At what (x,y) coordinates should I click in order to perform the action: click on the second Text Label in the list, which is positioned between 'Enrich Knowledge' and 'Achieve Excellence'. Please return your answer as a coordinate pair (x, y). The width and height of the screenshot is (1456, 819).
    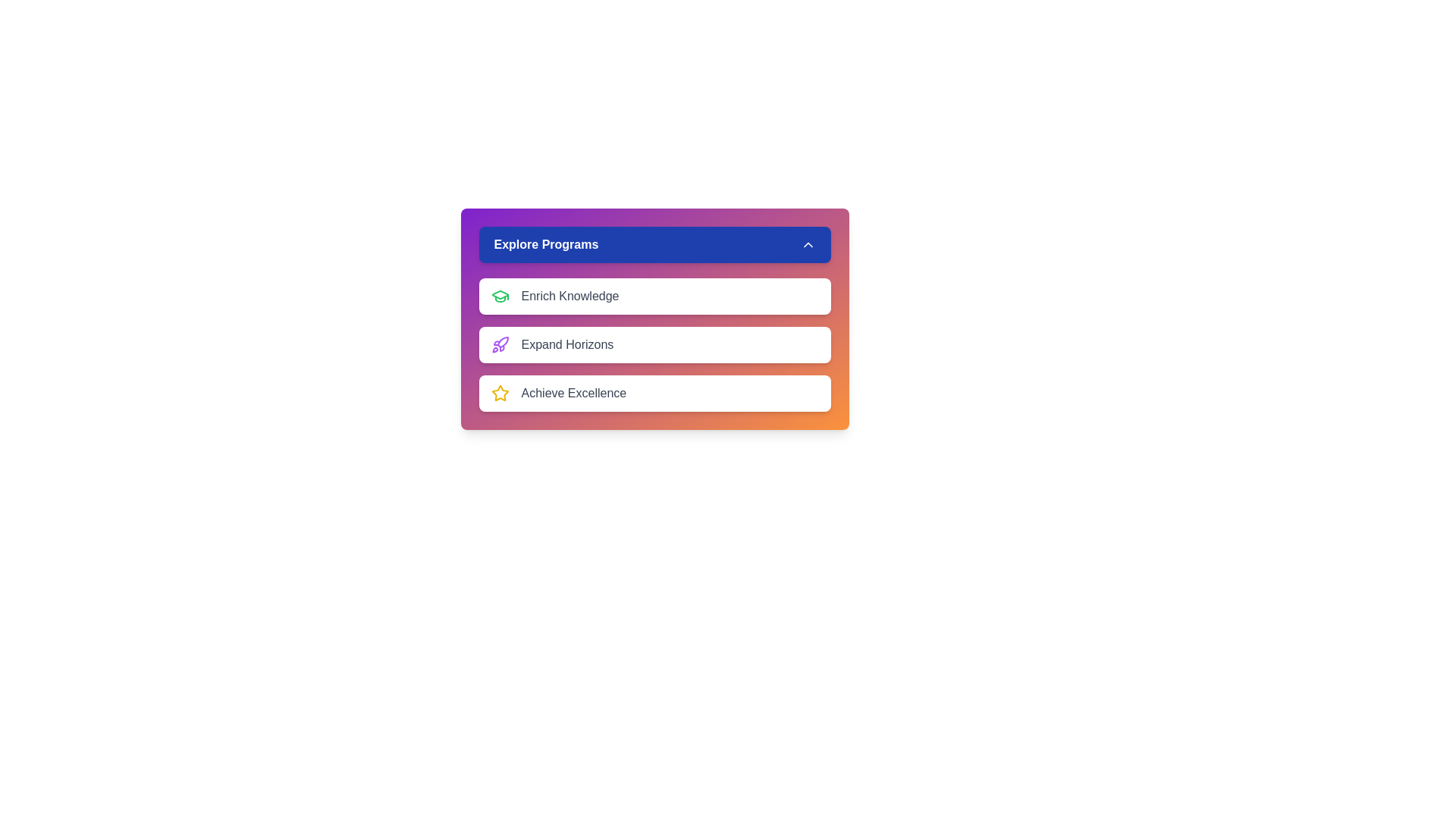
    Looking at the image, I should click on (566, 345).